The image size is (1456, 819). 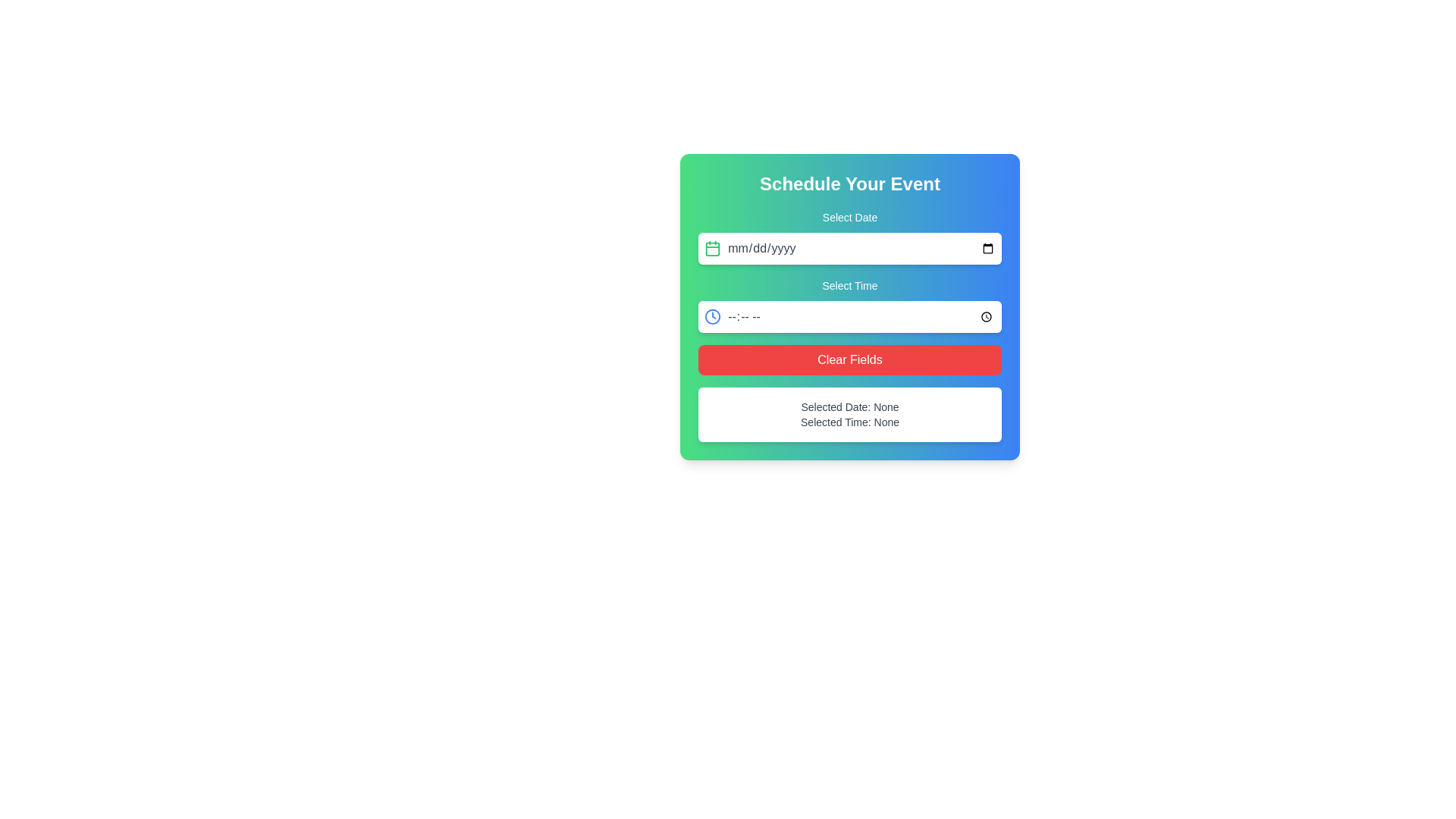 What do you see at coordinates (850, 237) in the screenshot?
I see `the Date Input field located in the 'Schedule Your Event' section to enable keyboard input` at bounding box center [850, 237].